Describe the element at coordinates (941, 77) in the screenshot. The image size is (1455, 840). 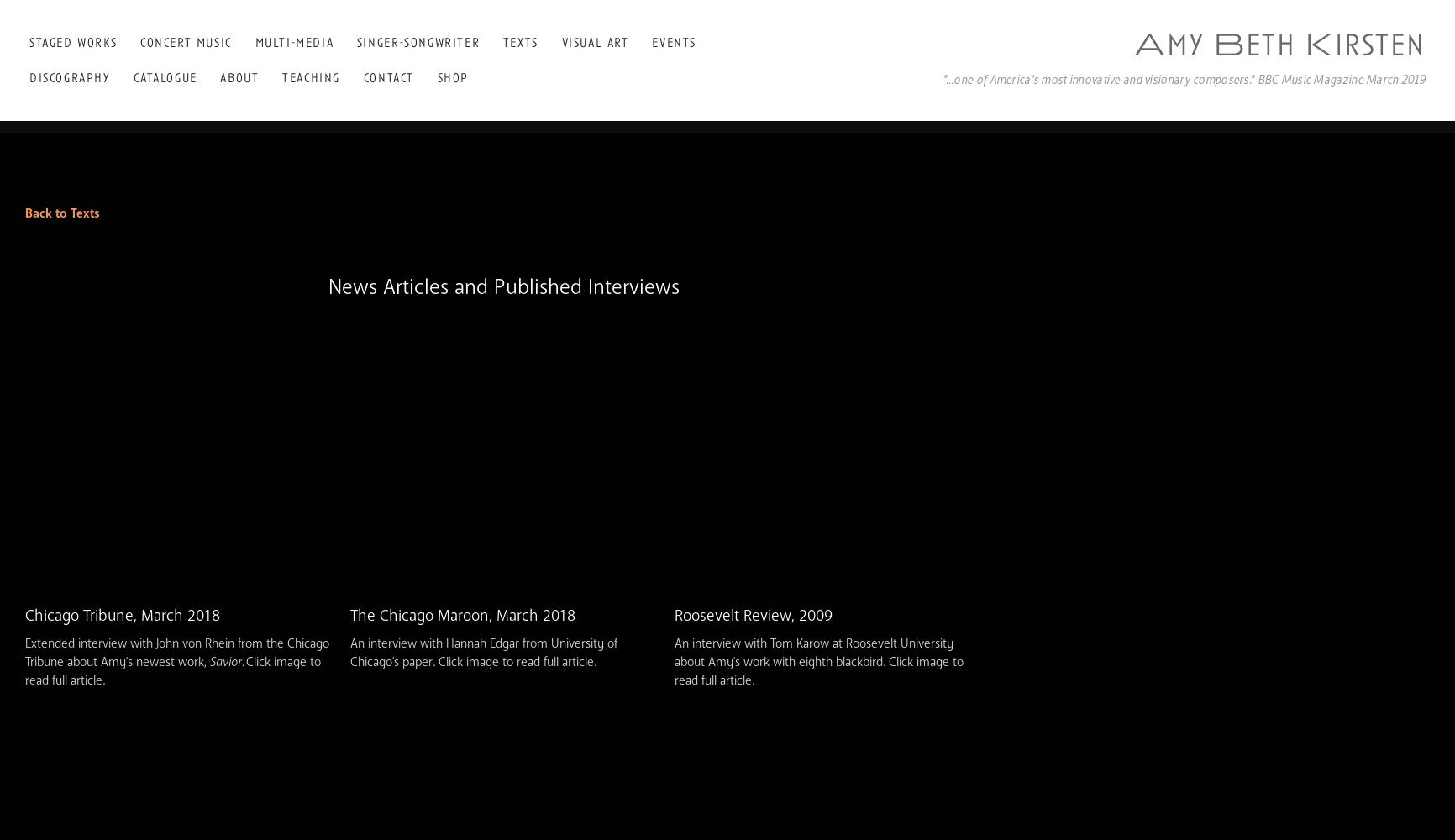
I see `'"...one of America's most innovative and visionary composers." BBC Music Magazine March 2019'` at that location.